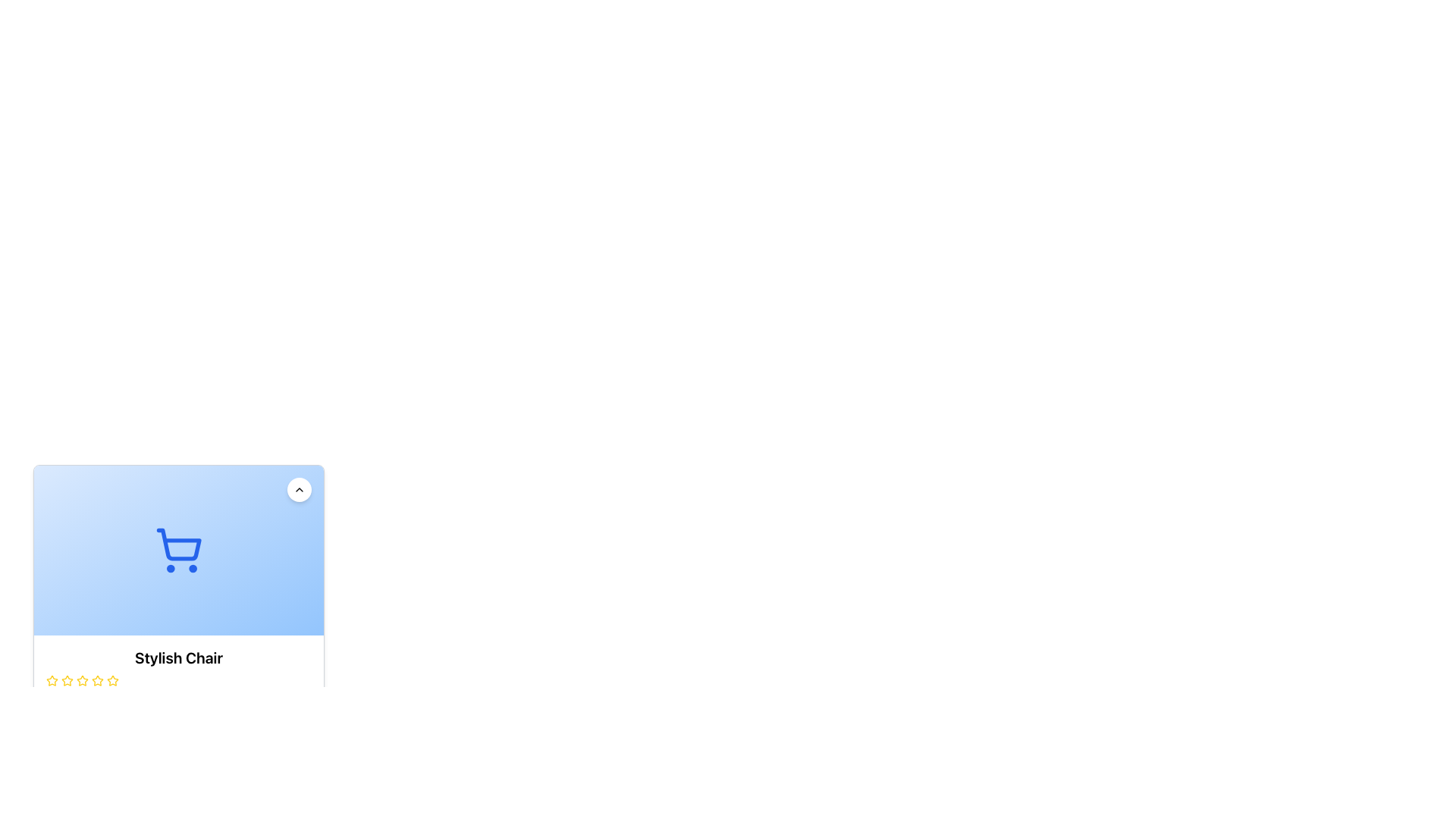  I want to click on the second yellow star icon in the rating system below the title 'Stylish Chair' to rate the product, so click(82, 679).